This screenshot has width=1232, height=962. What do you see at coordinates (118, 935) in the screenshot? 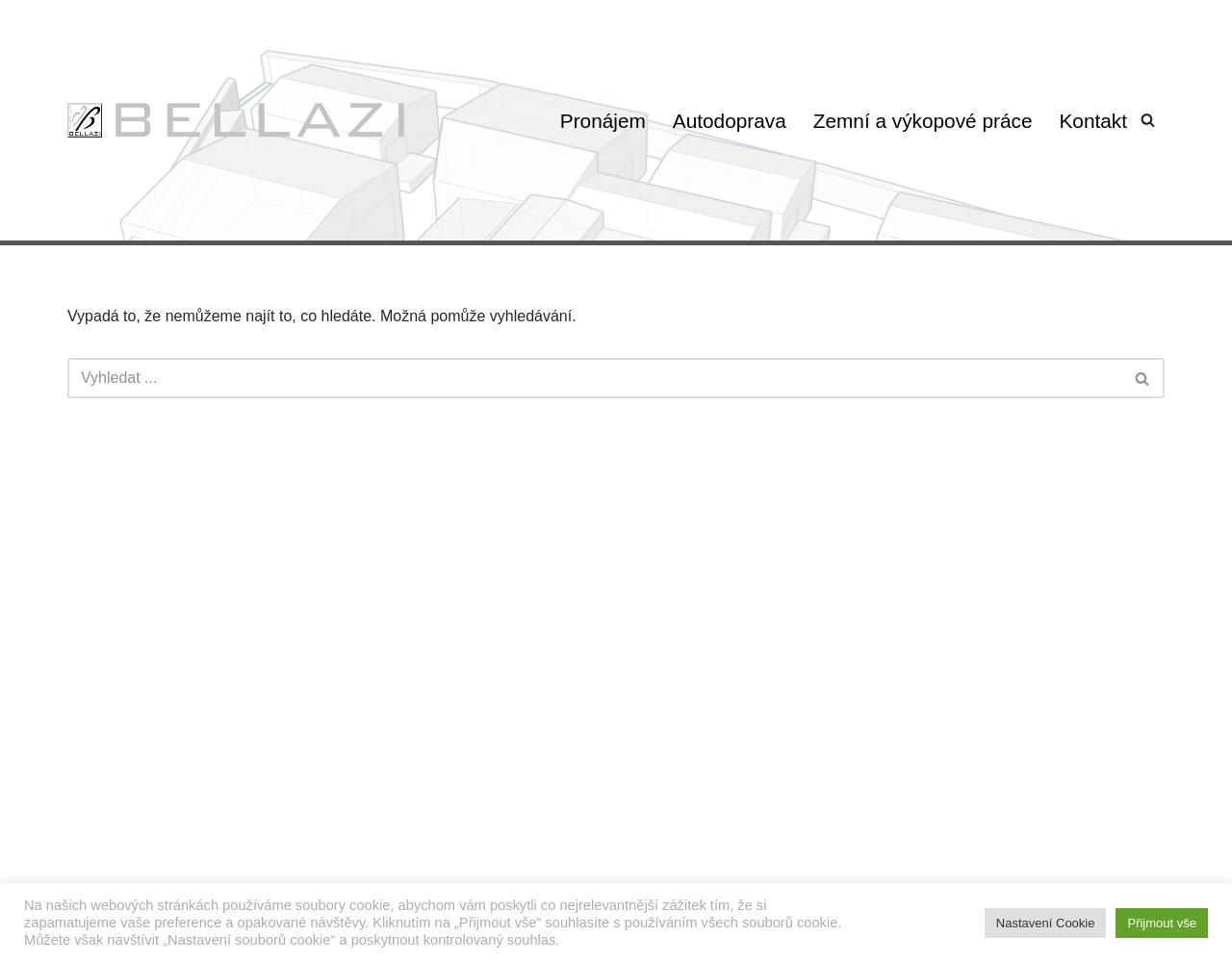
I see `'WordPress'` at bounding box center [118, 935].